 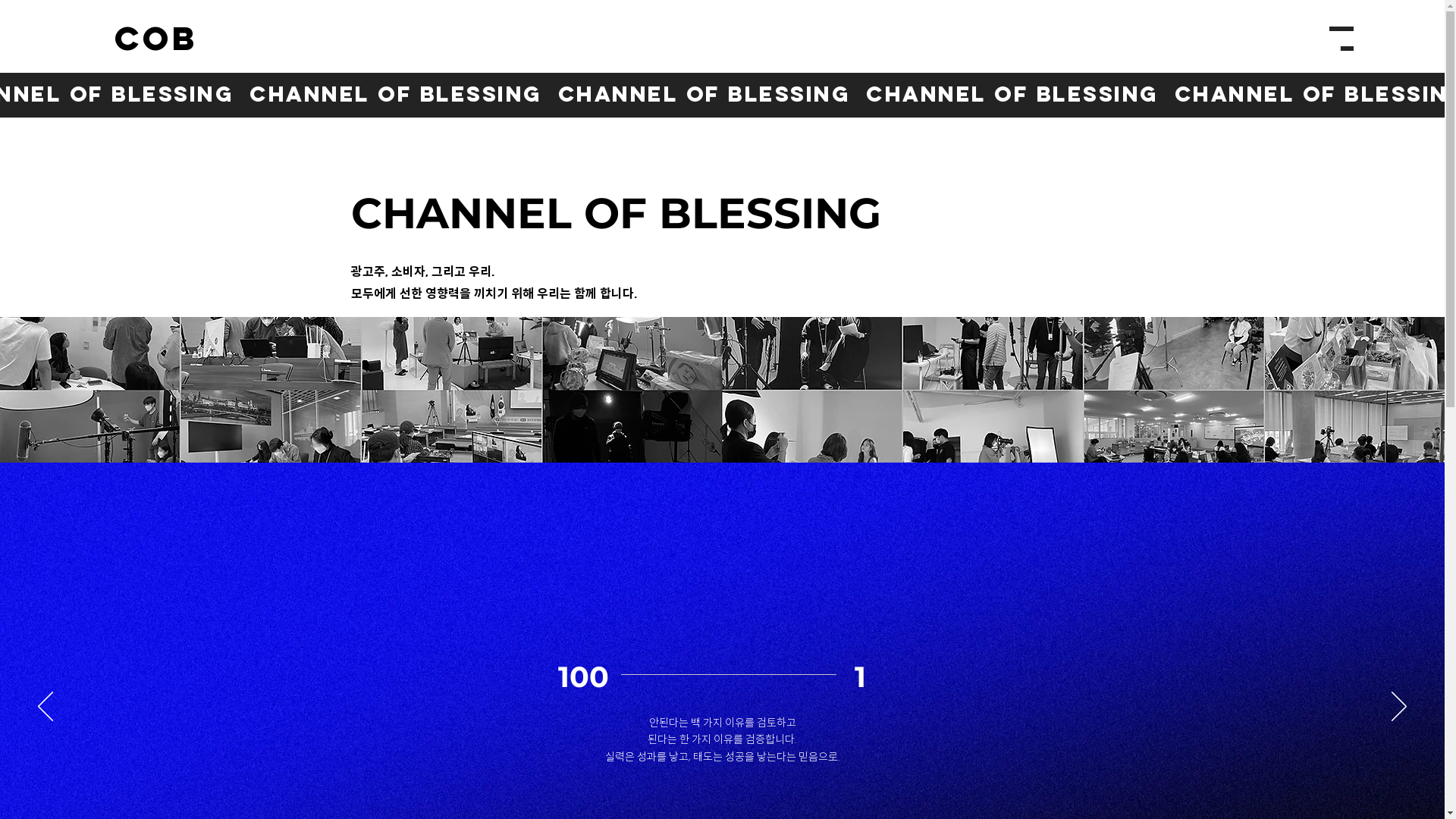 I want to click on 'COB', so click(x=156, y=39).